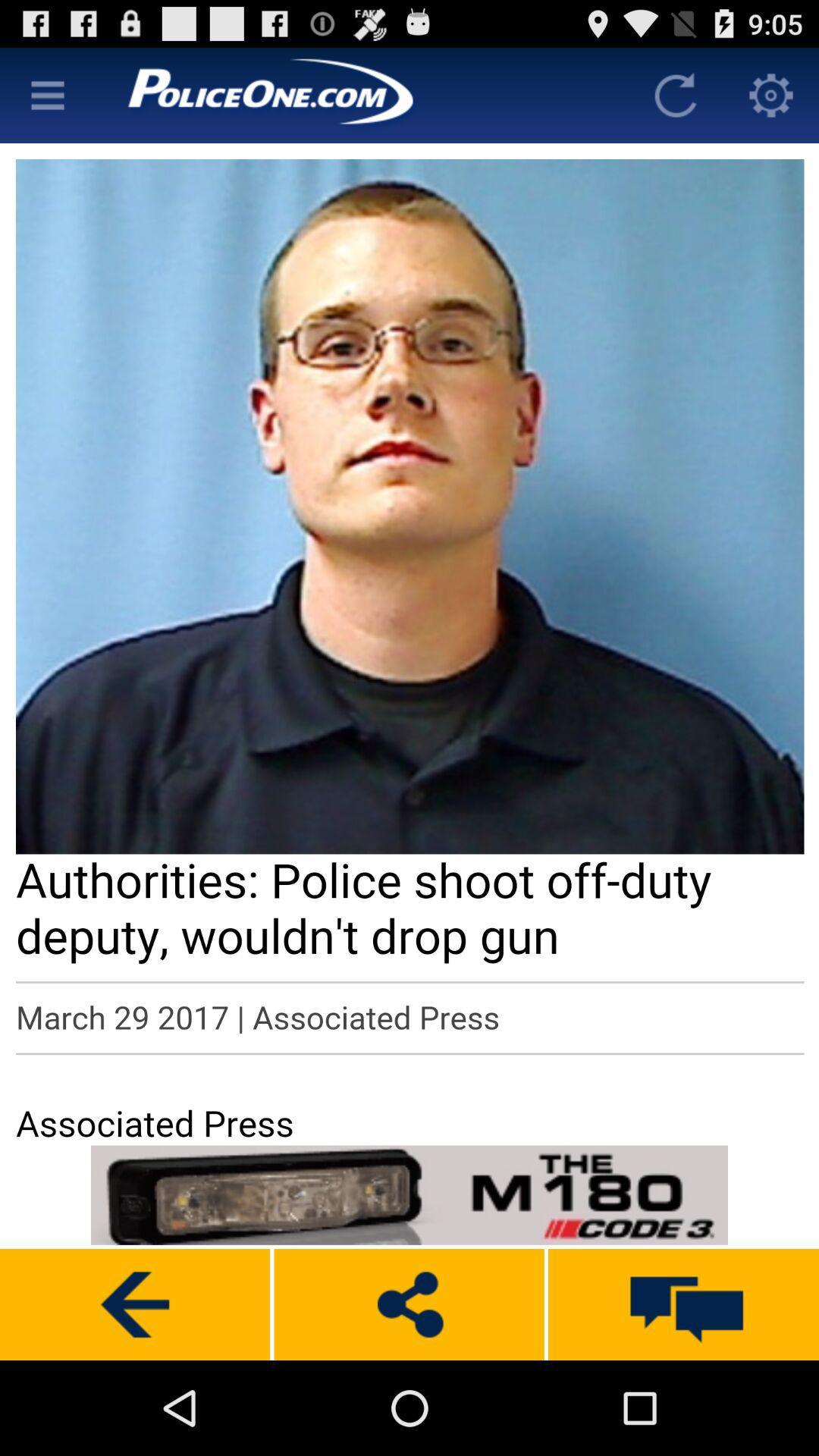 The image size is (819, 1456). I want to click on share the article, so click(408, 1304).